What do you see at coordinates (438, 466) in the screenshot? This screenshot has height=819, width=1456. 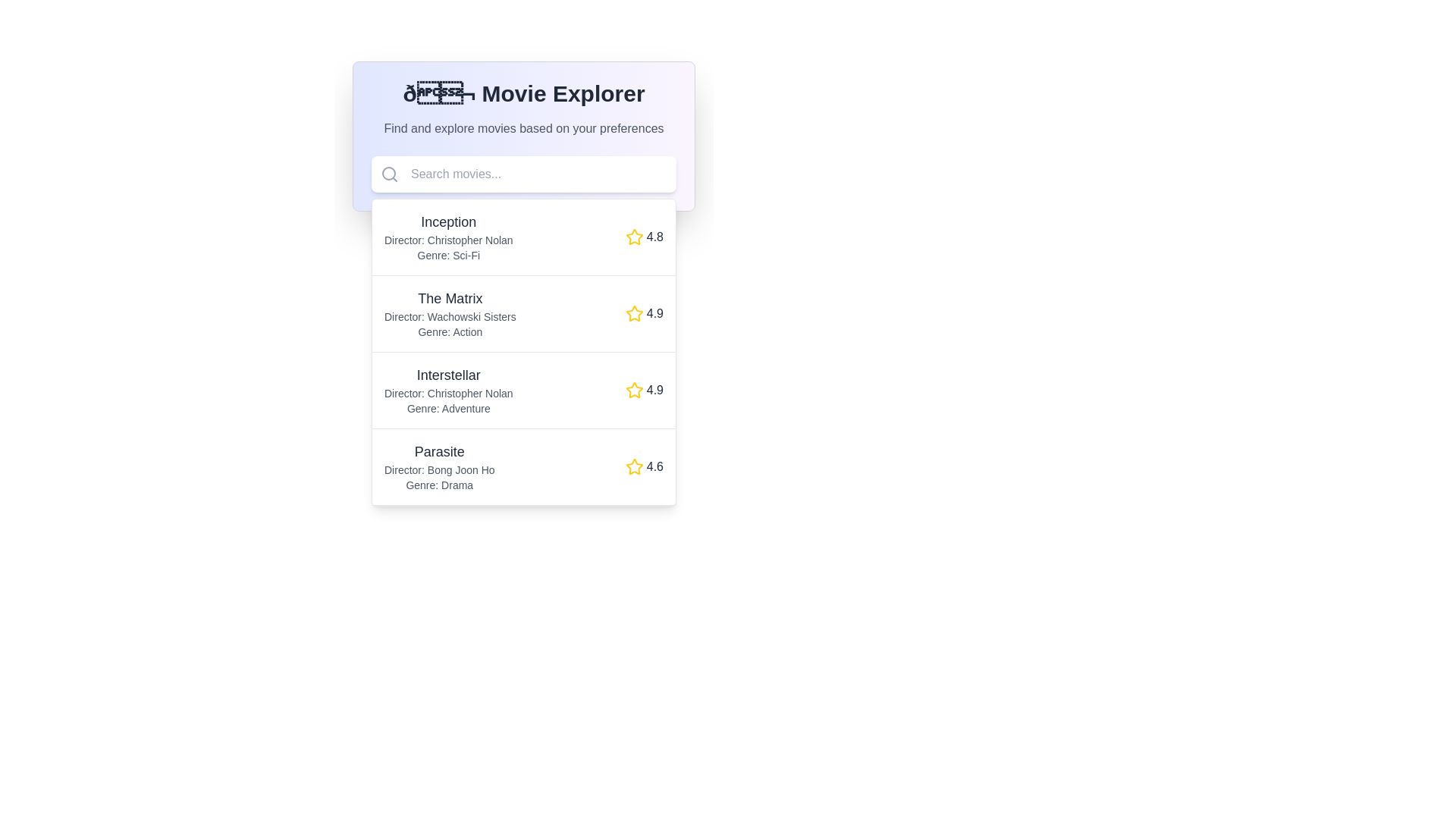 I see `detailed information displayed in the text block about the movie 'Parasite,' which includes its title, director, and genre. This text is the fourth item in a scrollable list within the 'Movie Explorer' interface` at bounding box center [438, 466].